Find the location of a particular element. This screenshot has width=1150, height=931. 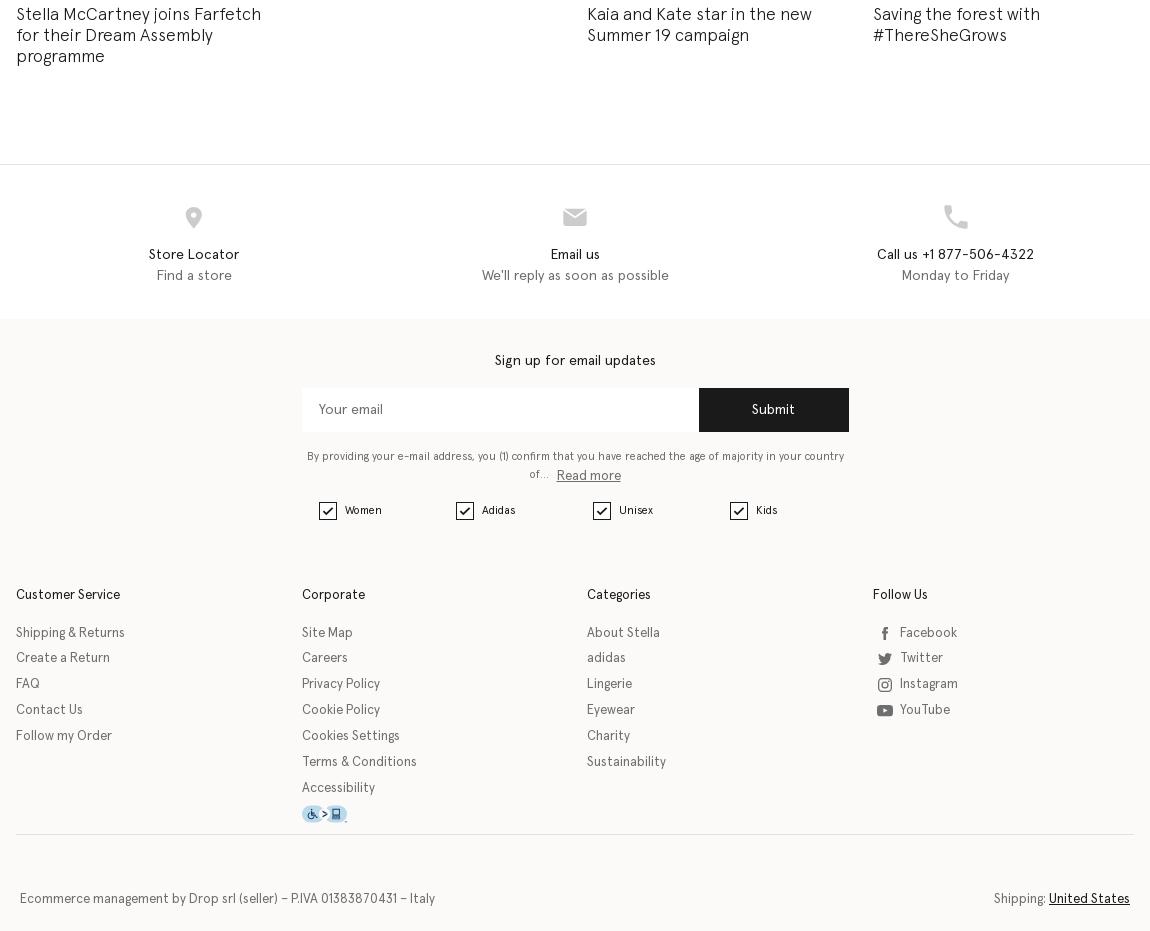

'Monday to Friday' is located at coordinates (955, 274).